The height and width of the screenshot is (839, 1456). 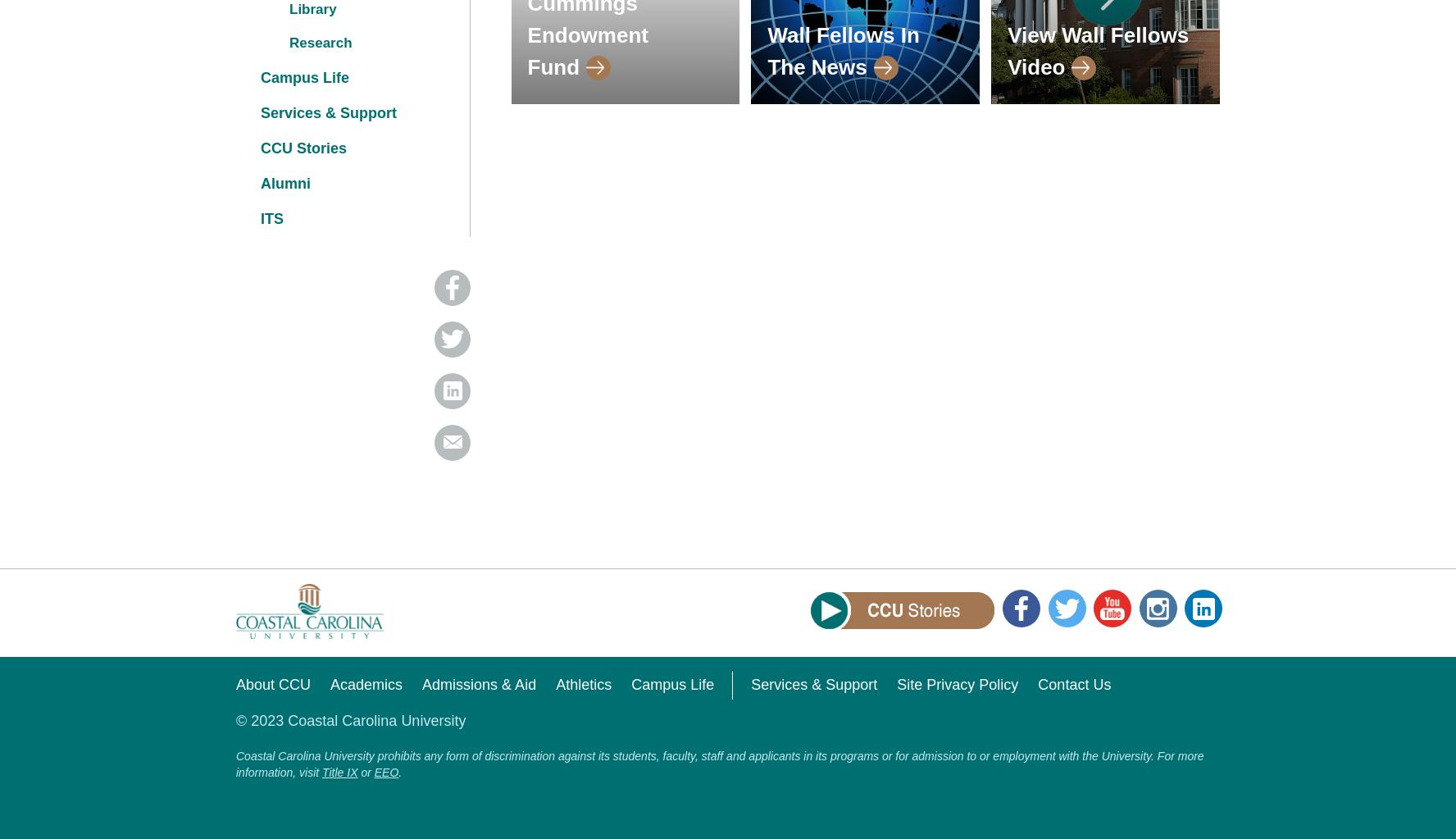 I want to click on 'CCU Stories', so click(x=303, y=148).